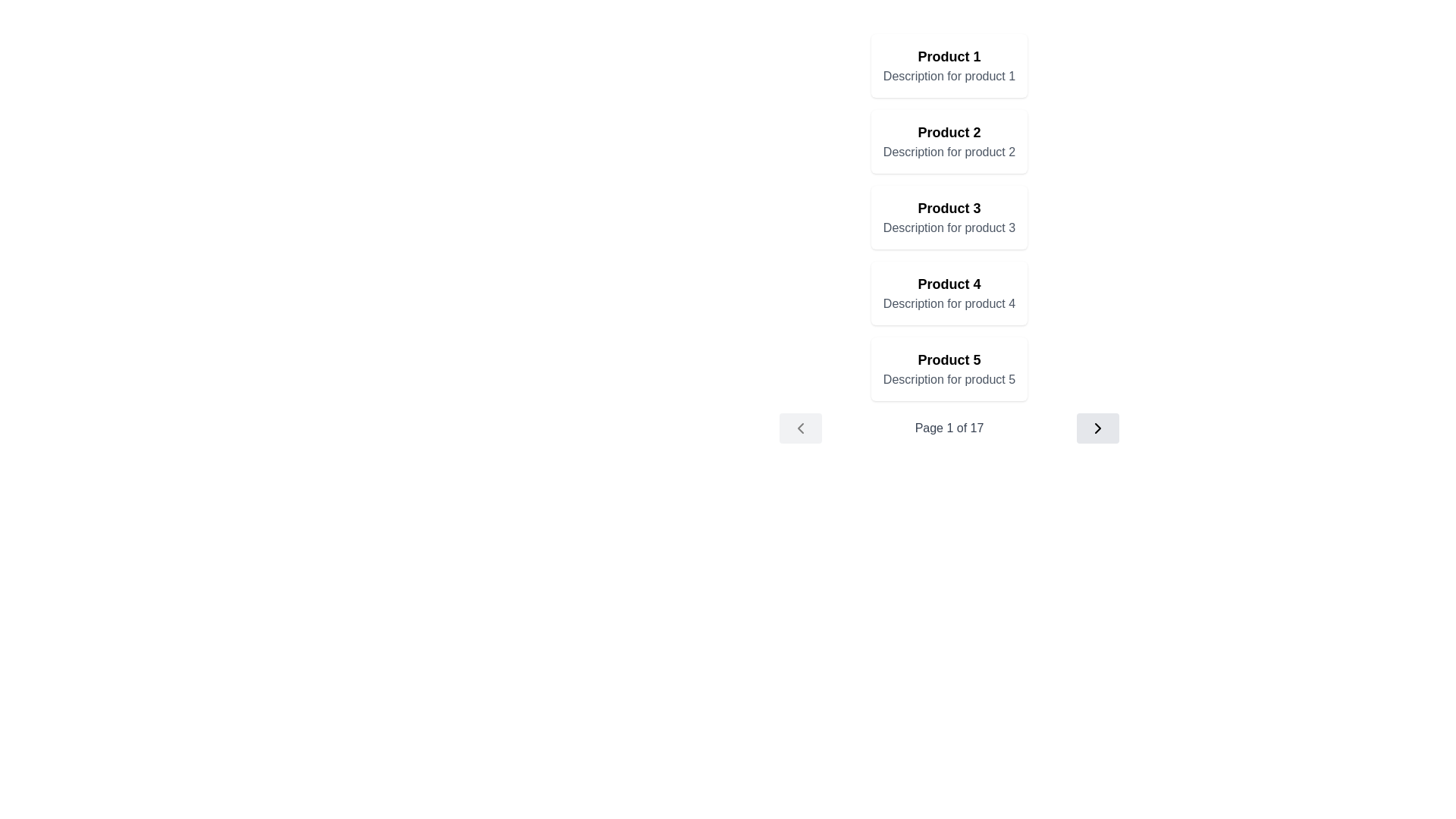 The height and width of the screenshot is (819, 1456). I want to click on text labeled 'Description for product 3', which is displayed in light gray font below 'Product 3' within a card-like structure, so click(949, 227).